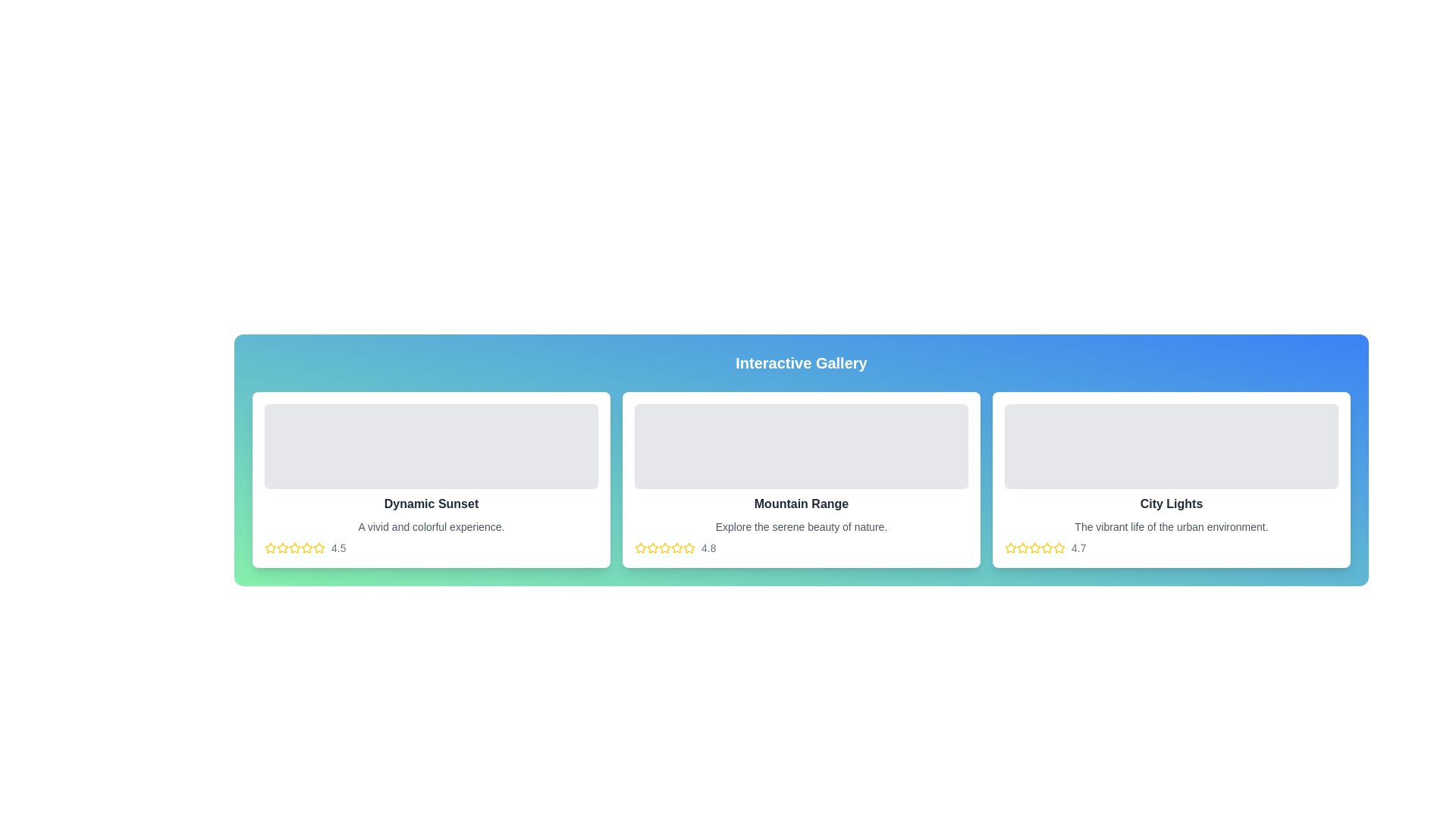 The width and height of the screenshot is (1456, 819). Describe the element at coordinates (708, 548) in the screenshot. I see `the text label displaying the value '4.8' in gray color, which is part of the rating interface located below the 'Mountain Range' section and adjacent to golden star icons` at that location.